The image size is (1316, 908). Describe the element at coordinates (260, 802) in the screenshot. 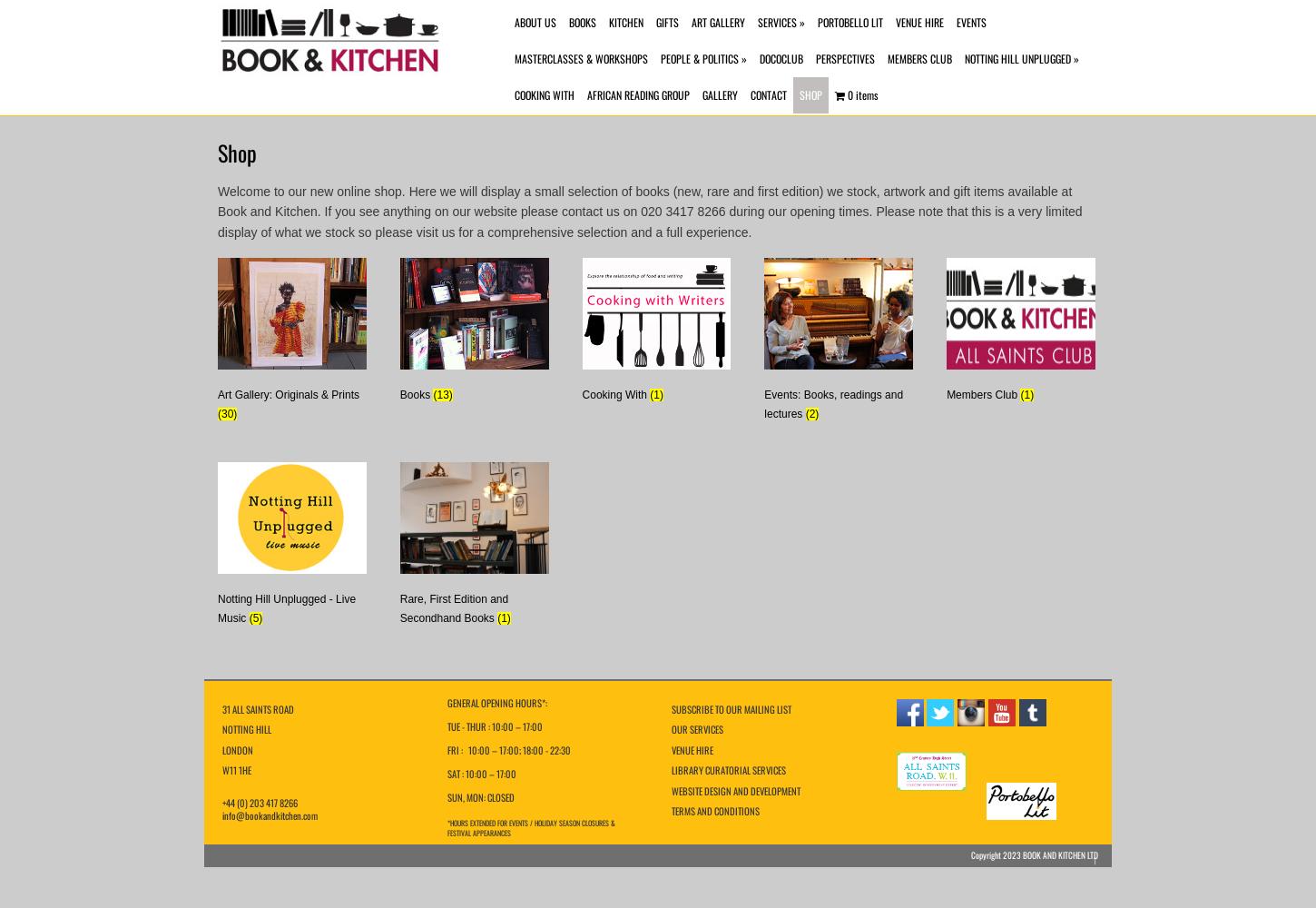

I see `'+44 (0) 203 417 8266'` at that location.